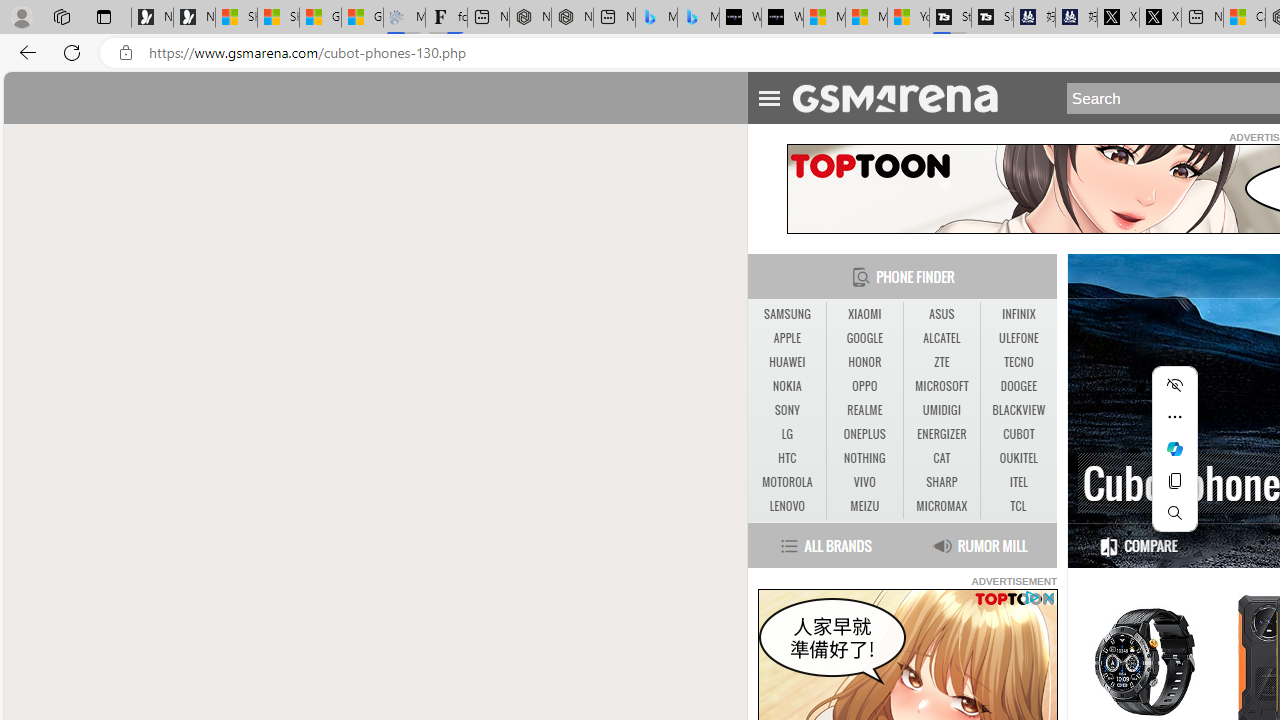 The height and width of the screenshot is (720, 1280). Describe the element at coordinates (278, 17) in the screenshot. I see `'Shanghai, China weather forecast | Microsoft Weather'` at that location.